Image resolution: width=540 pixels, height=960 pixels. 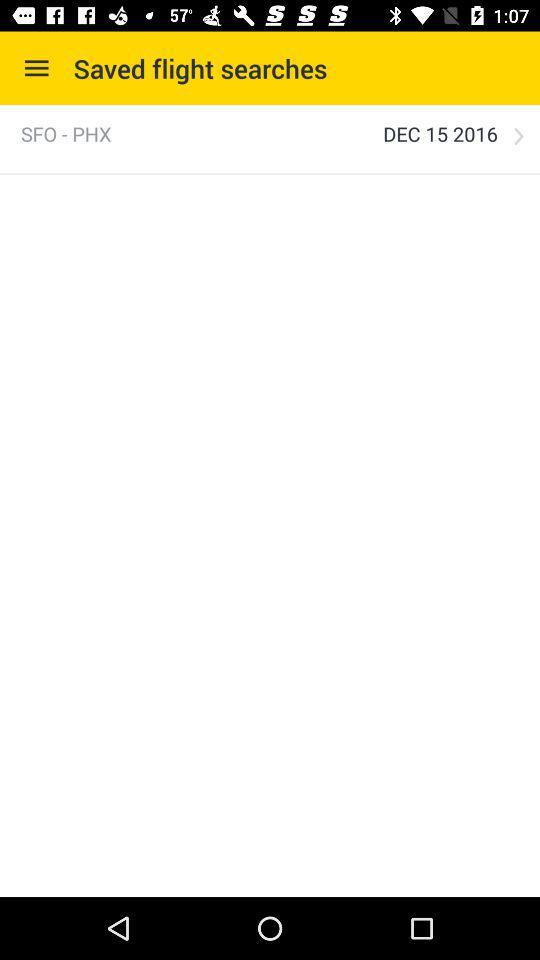 I want to click on the sfo - phx, so click(x=66, y=133).